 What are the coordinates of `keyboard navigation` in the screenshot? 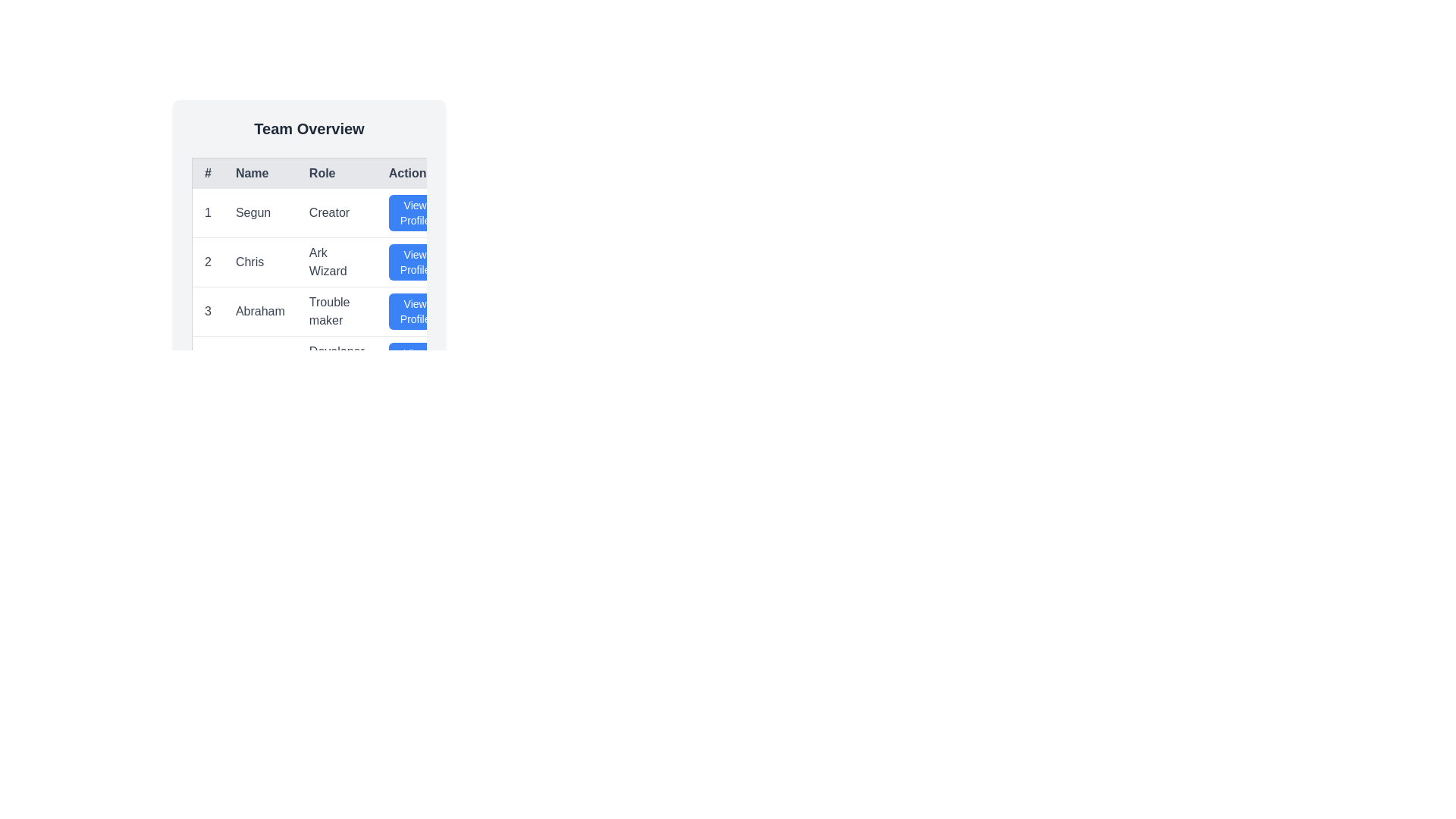 It's located at (329, 287).